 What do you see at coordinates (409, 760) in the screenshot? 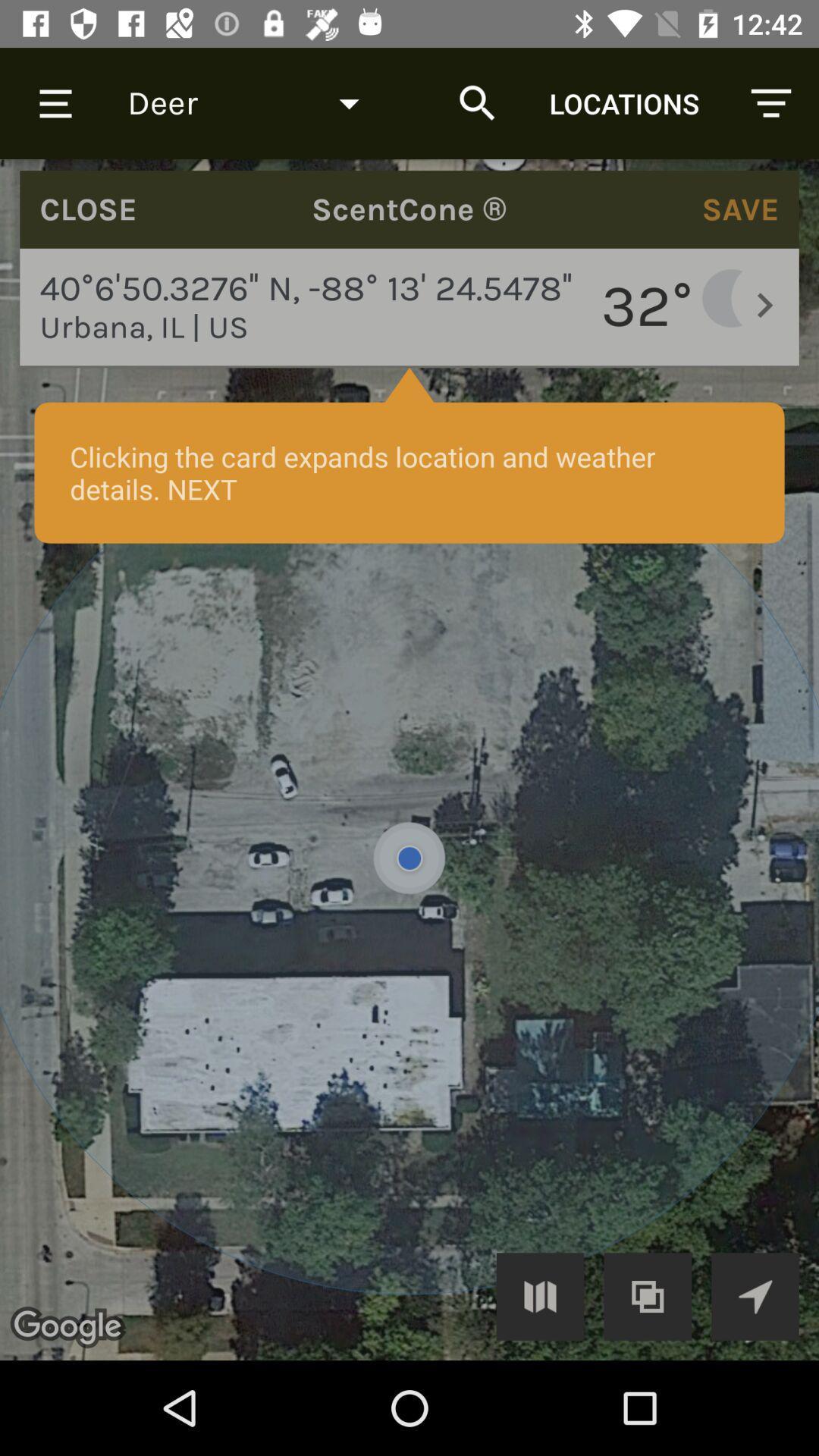
I see `information page` at bounding box center [409, 760].